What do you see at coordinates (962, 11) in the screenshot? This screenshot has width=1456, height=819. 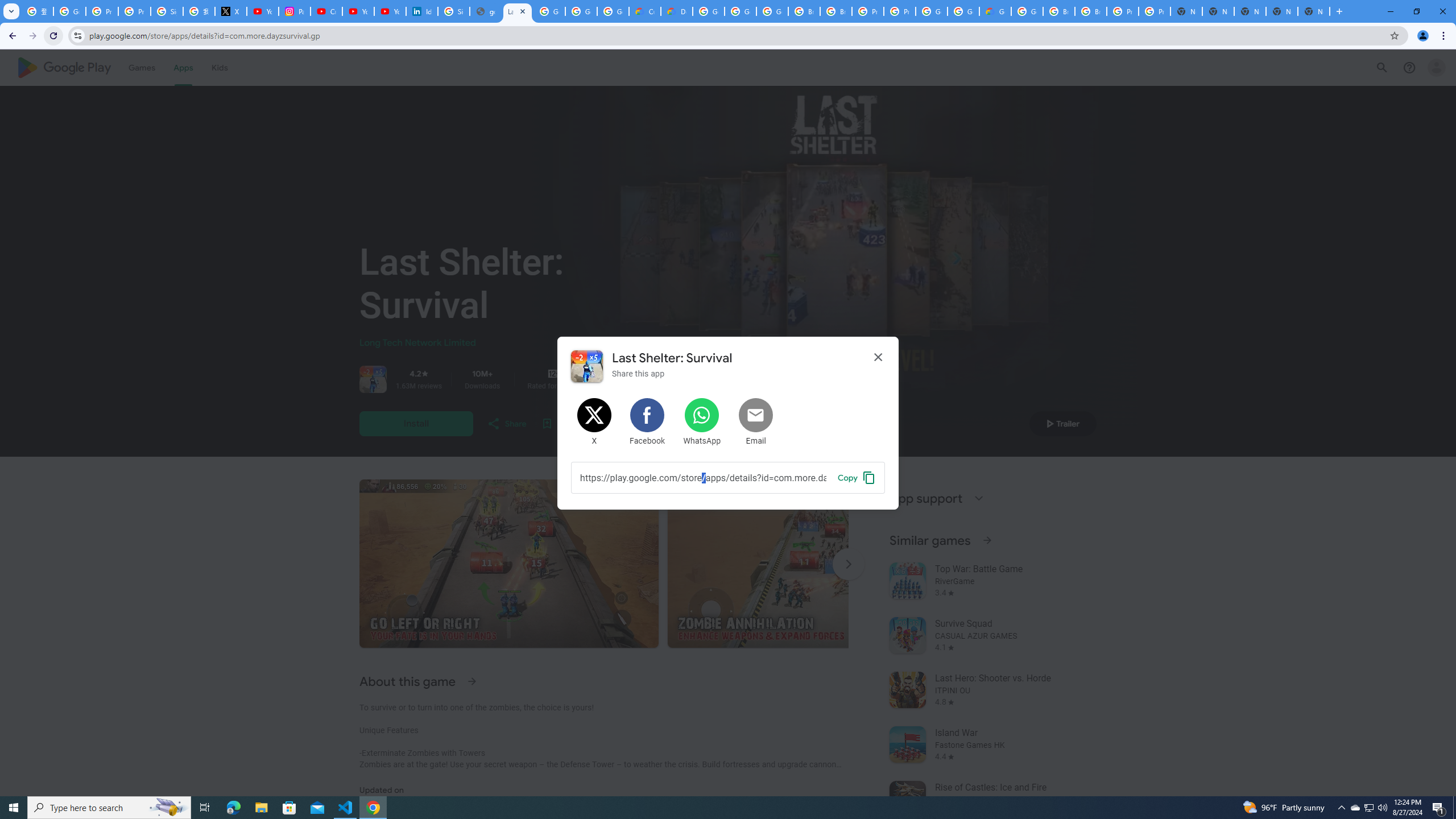 I see `'Google Cloud Platform'` at bounding box center [962, 11].